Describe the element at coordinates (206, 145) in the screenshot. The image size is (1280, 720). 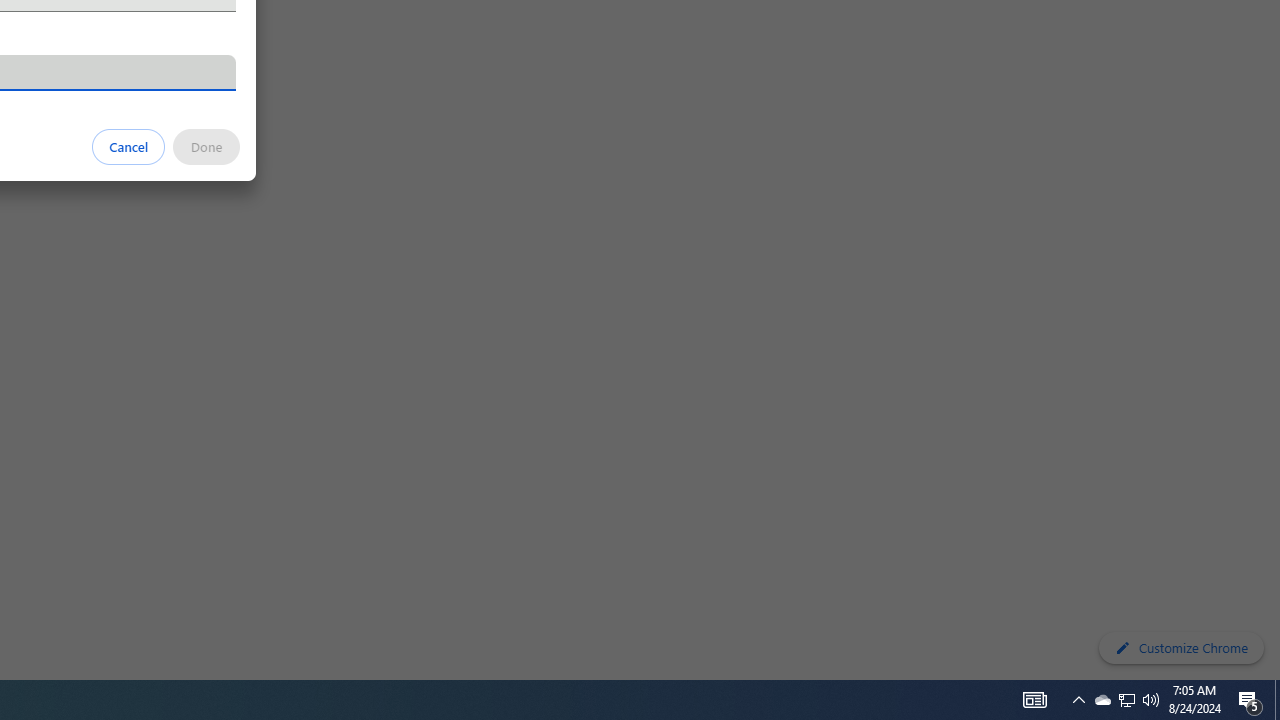
I see `'Done'` at that location.